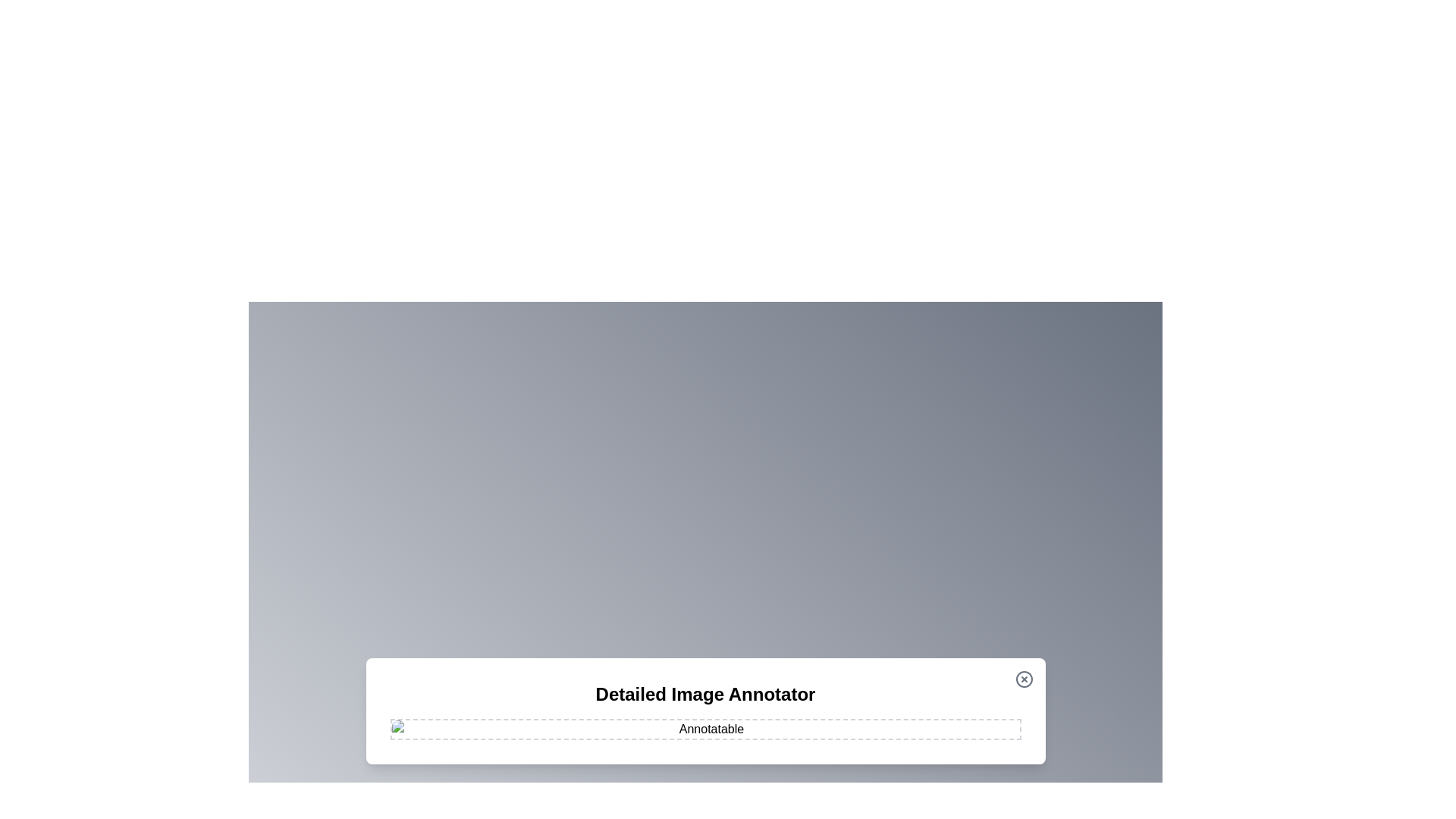 The width and height of the screenshot is (1456, 819). What do you see at coordinates (811, 733) in the screenshot?
I see `the image at coordinates (1070, 968) to add an annotation` at bounding box center [811, 733].